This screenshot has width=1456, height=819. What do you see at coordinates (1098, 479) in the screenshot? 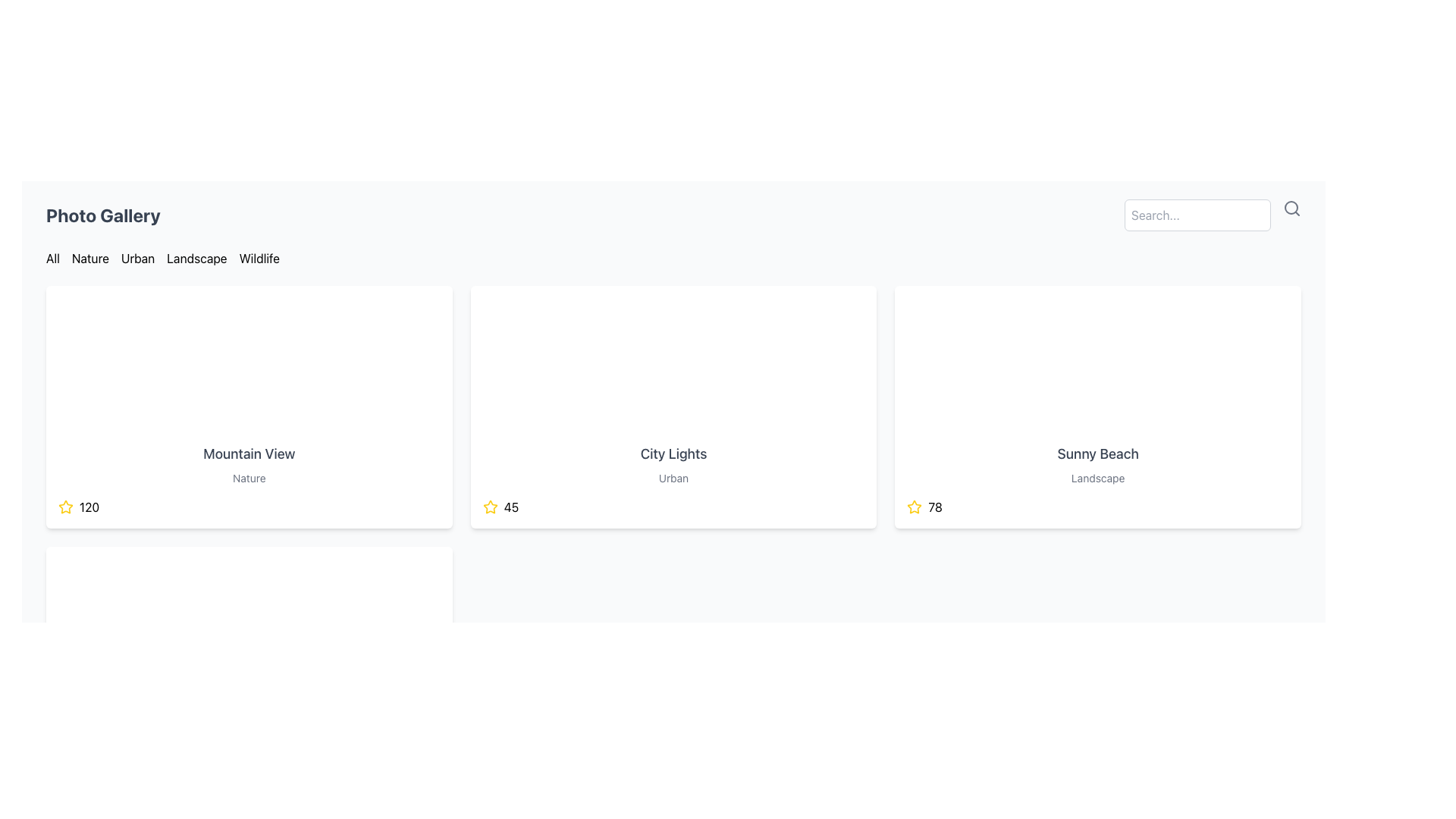
I see `the text label displaying 'Landscape', which is positioned below the title 'Sunny Beach' and above the rating of '78' with a star icon in the rightmost content card` at bounding box center [1098, 479].